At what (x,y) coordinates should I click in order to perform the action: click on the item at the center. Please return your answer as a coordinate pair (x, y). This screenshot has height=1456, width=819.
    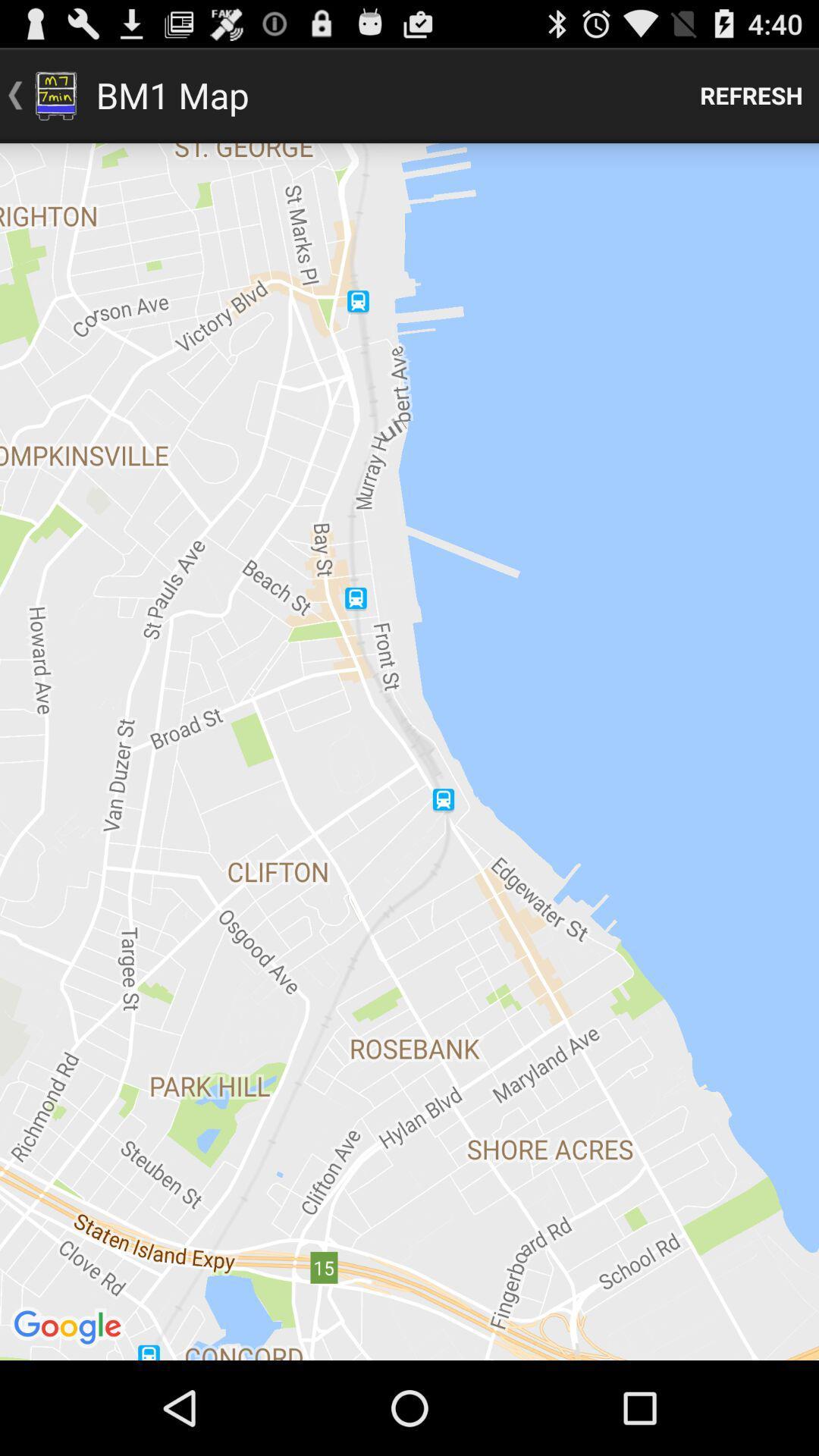
    Looking at the image, I should click on (409, 752).